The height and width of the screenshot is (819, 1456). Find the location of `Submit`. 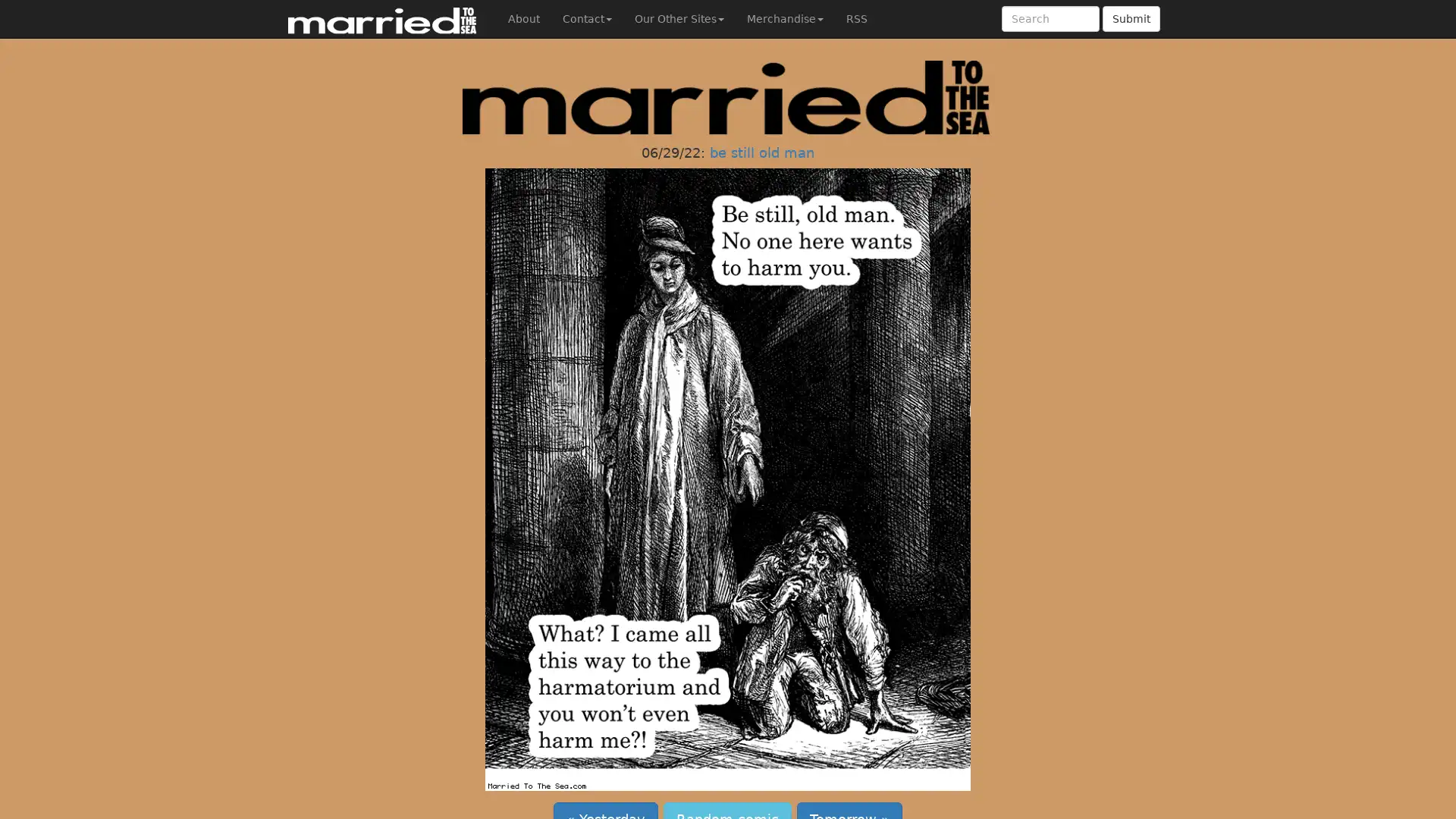

Submit is located at coordinates (1131, 18).